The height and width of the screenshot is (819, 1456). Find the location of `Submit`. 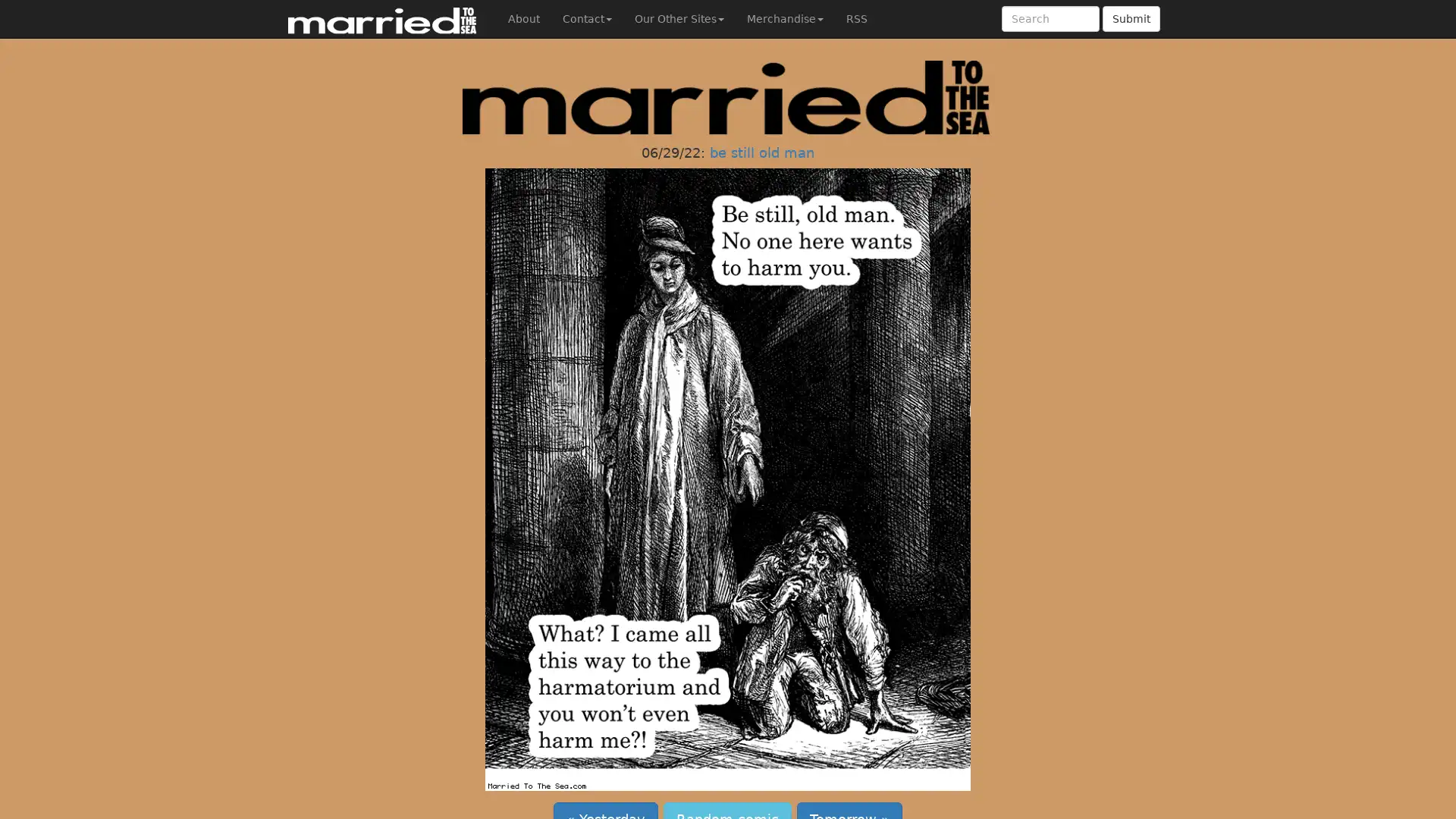

Submit is located at coordinates (1131, 18).